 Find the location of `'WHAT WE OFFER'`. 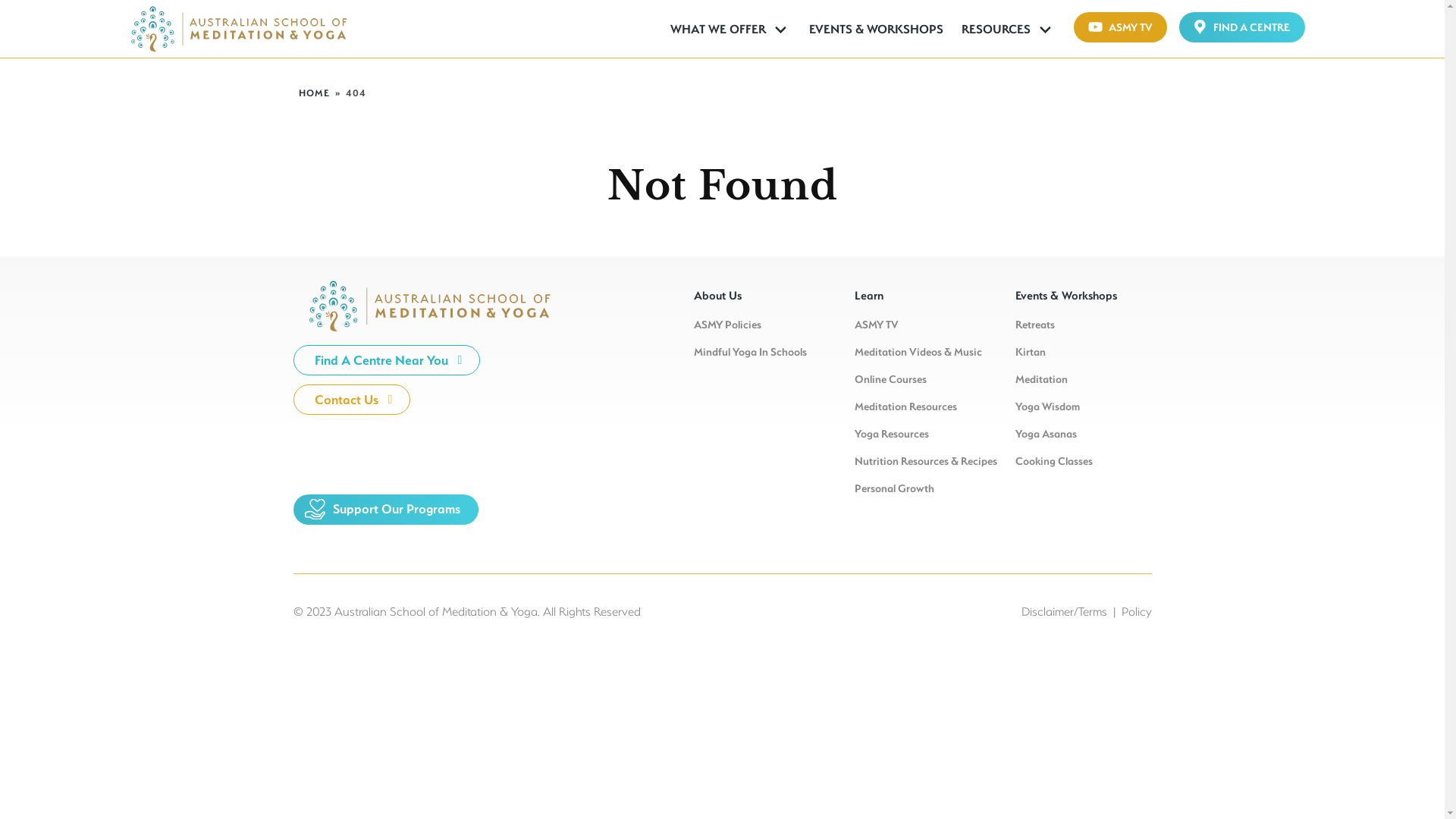

'WHAT WE OFFER' is located at coordinates (730, 29).